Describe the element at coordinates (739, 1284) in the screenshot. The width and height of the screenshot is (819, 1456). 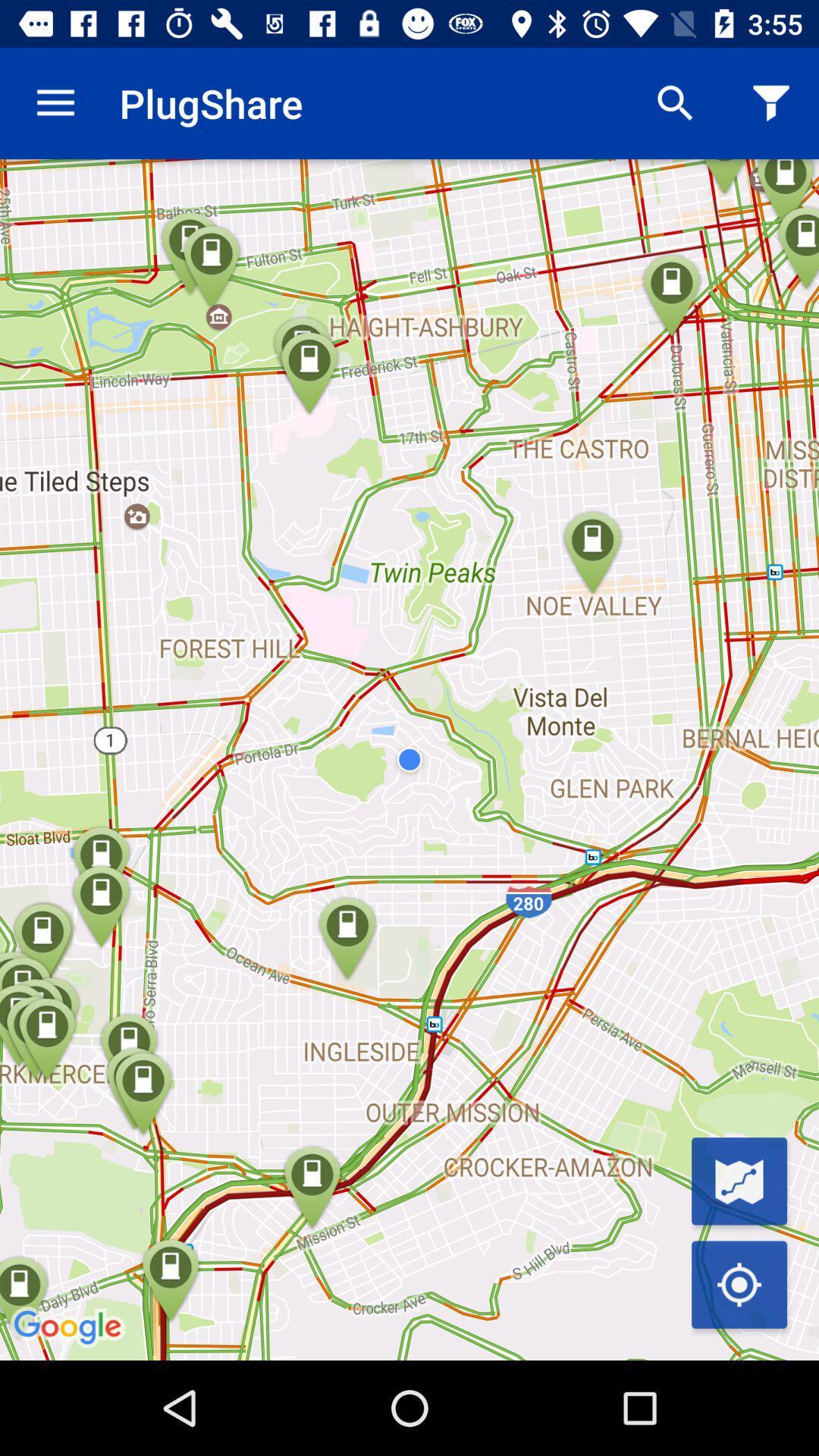
I see `move map around` at that location.